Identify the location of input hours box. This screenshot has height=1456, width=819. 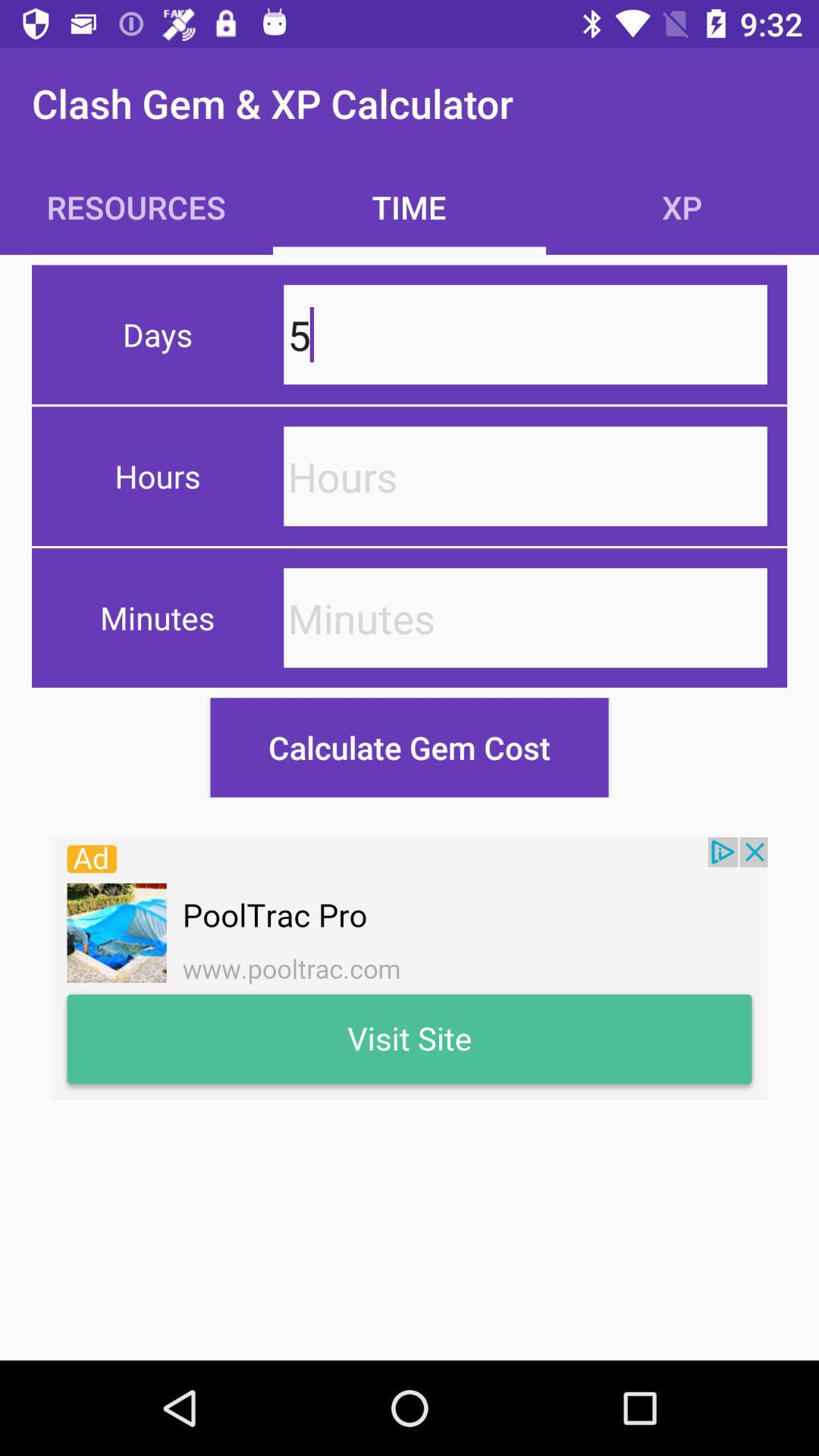
(525, 475).